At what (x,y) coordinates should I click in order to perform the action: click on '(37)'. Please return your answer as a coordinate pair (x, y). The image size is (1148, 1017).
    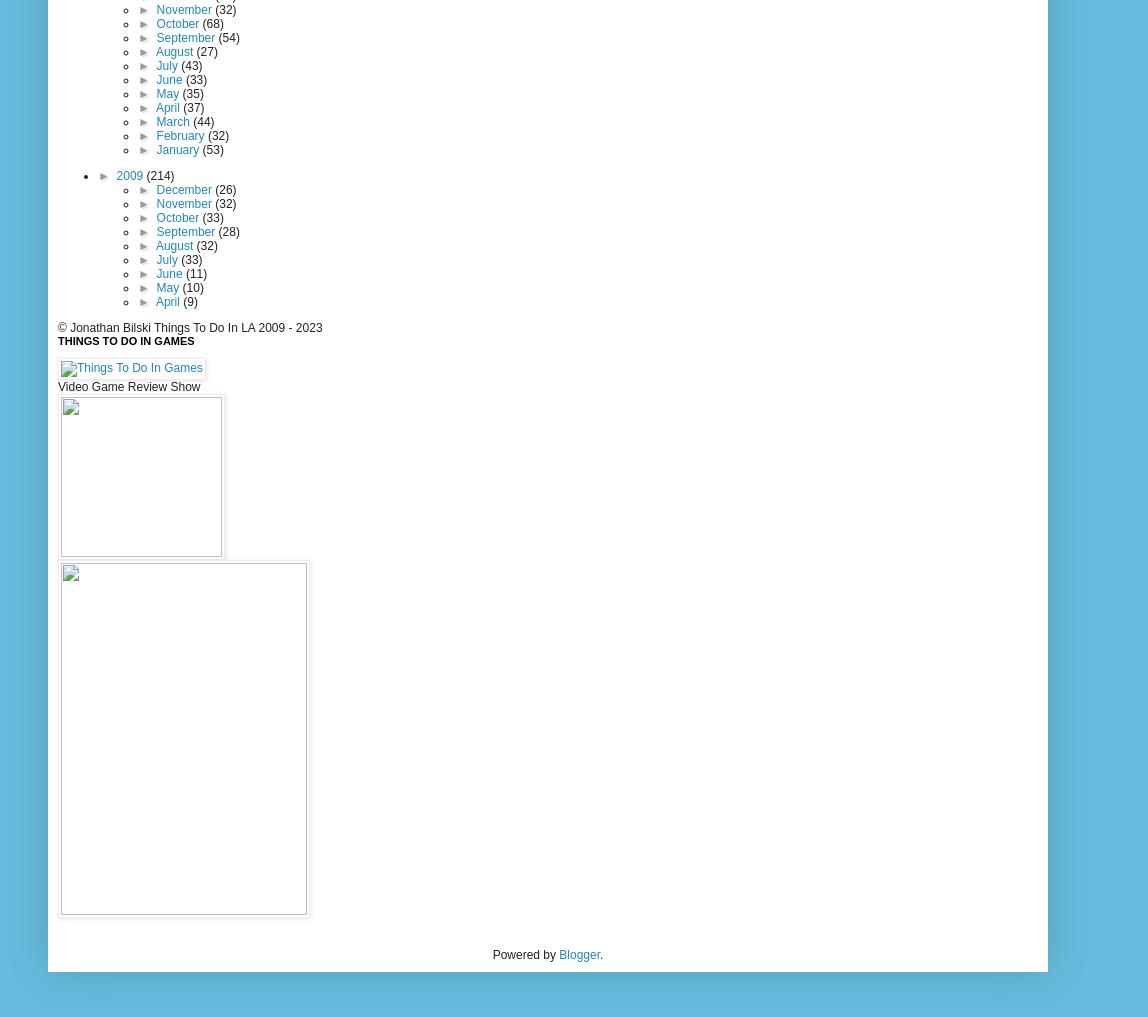
    Looking at the image, I should click on (193, 106).